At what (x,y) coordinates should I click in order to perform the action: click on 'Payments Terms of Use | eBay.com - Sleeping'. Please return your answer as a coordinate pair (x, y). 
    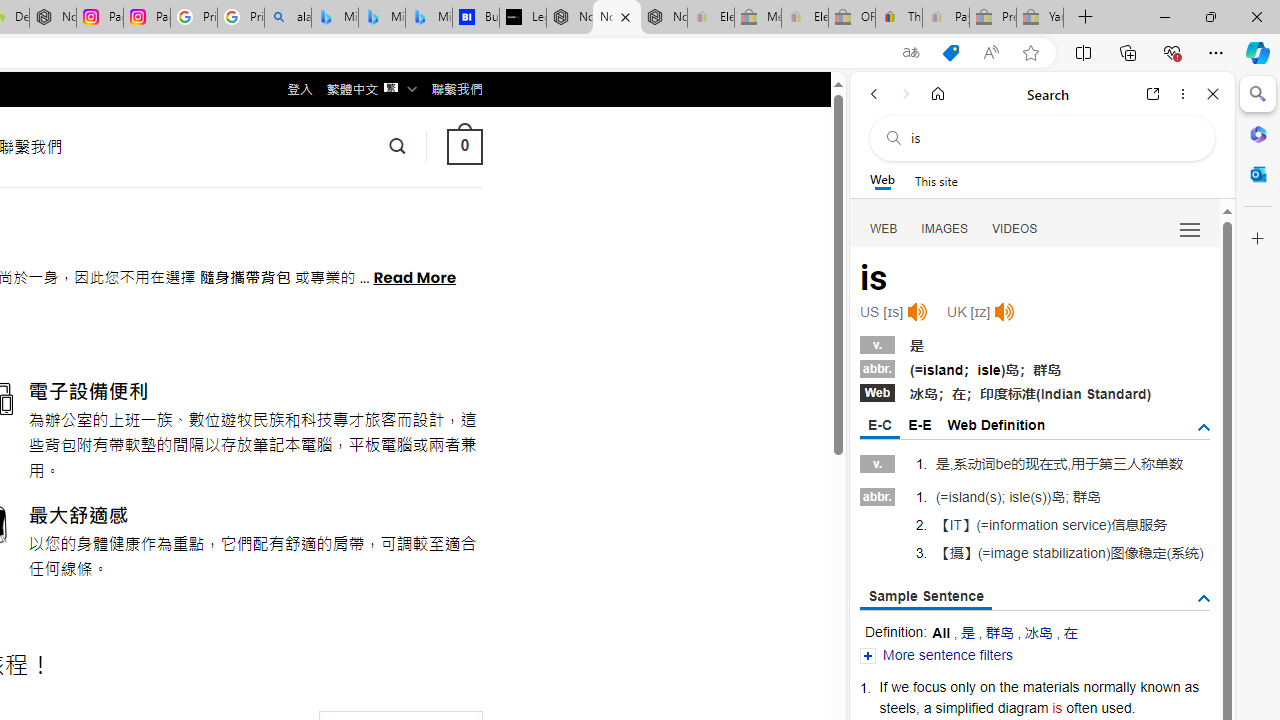
    Looking at the image, I should click on (944, 17).